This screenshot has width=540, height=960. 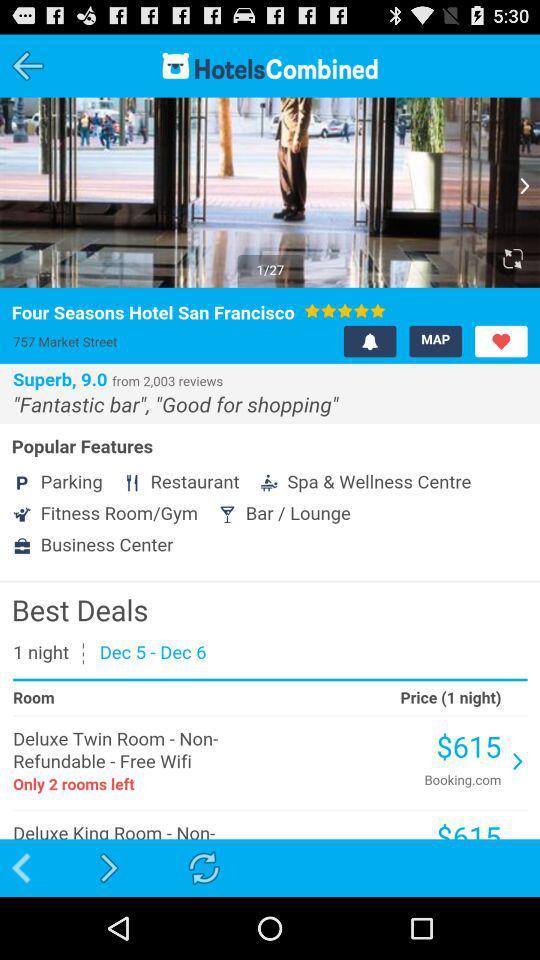 What do you see at coordinates (203, 929) in the screenshot?
I see `the refresh icon` at bounding box center [203, 929].